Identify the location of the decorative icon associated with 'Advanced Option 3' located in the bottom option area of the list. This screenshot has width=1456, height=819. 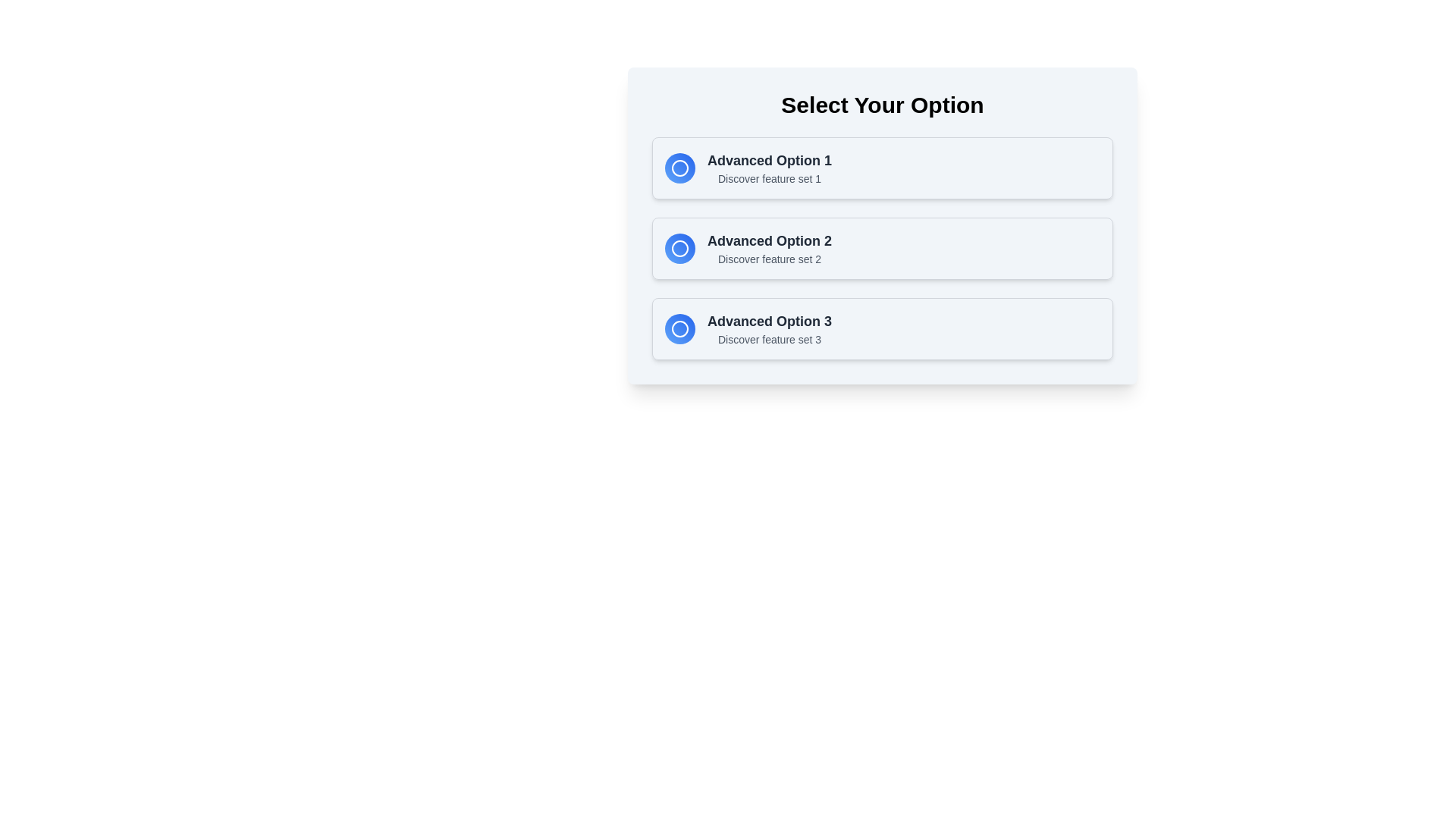
(679, 328).